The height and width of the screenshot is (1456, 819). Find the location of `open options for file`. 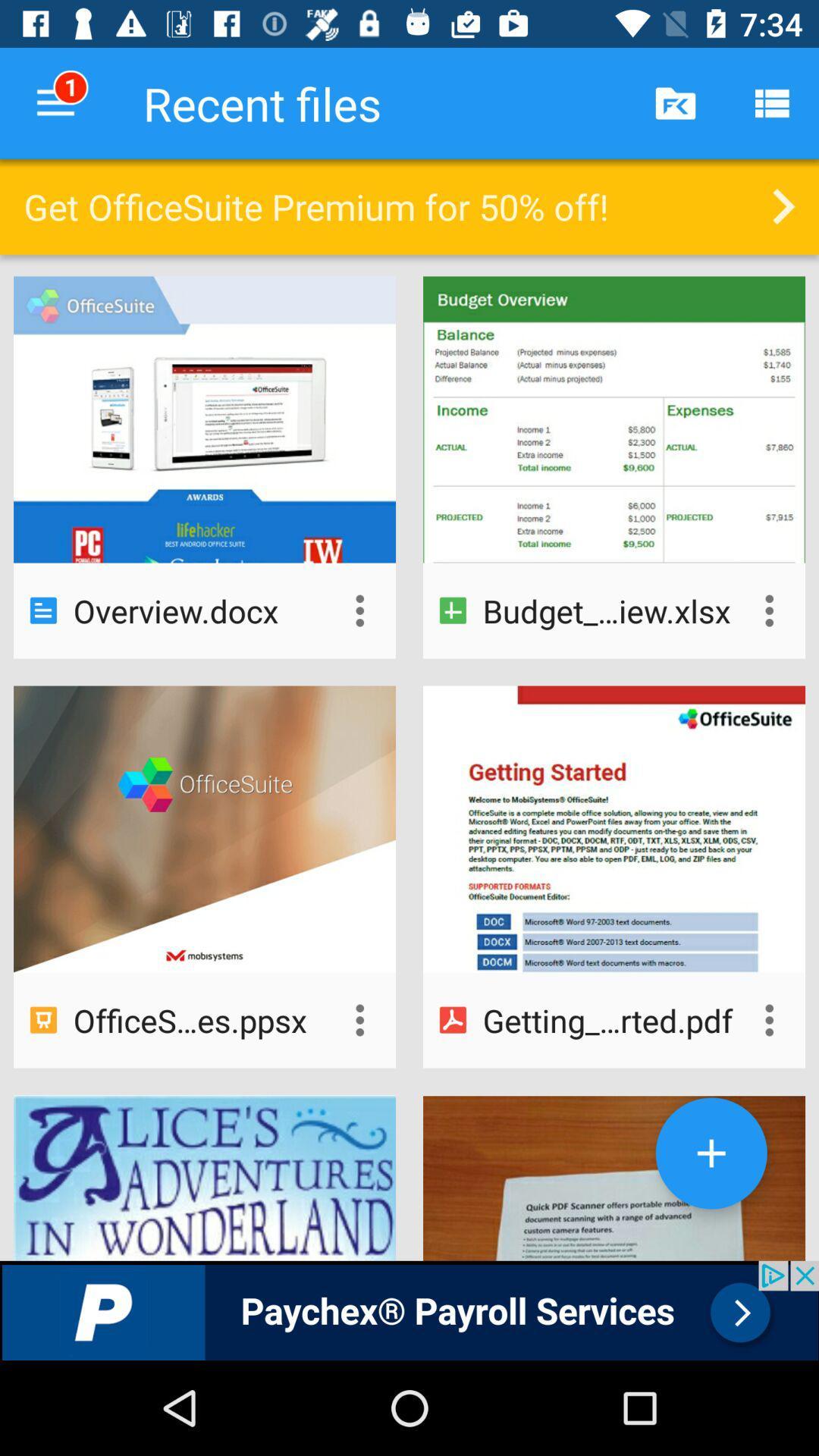

open options for file is located at coordinates (359, 1020).